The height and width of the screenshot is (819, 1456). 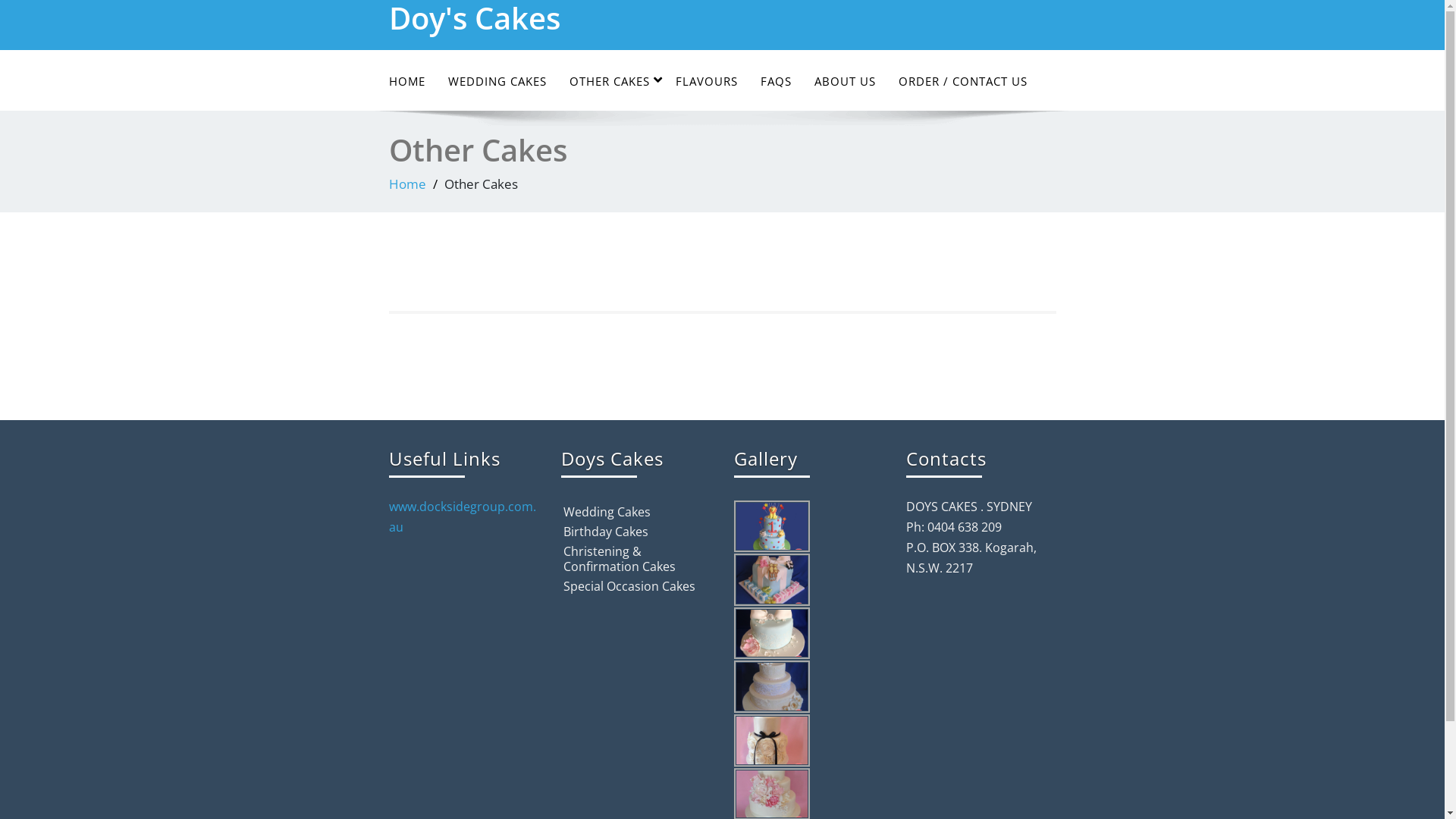 I want to click on 'FLAVOURS', so click(x=664, y=81).